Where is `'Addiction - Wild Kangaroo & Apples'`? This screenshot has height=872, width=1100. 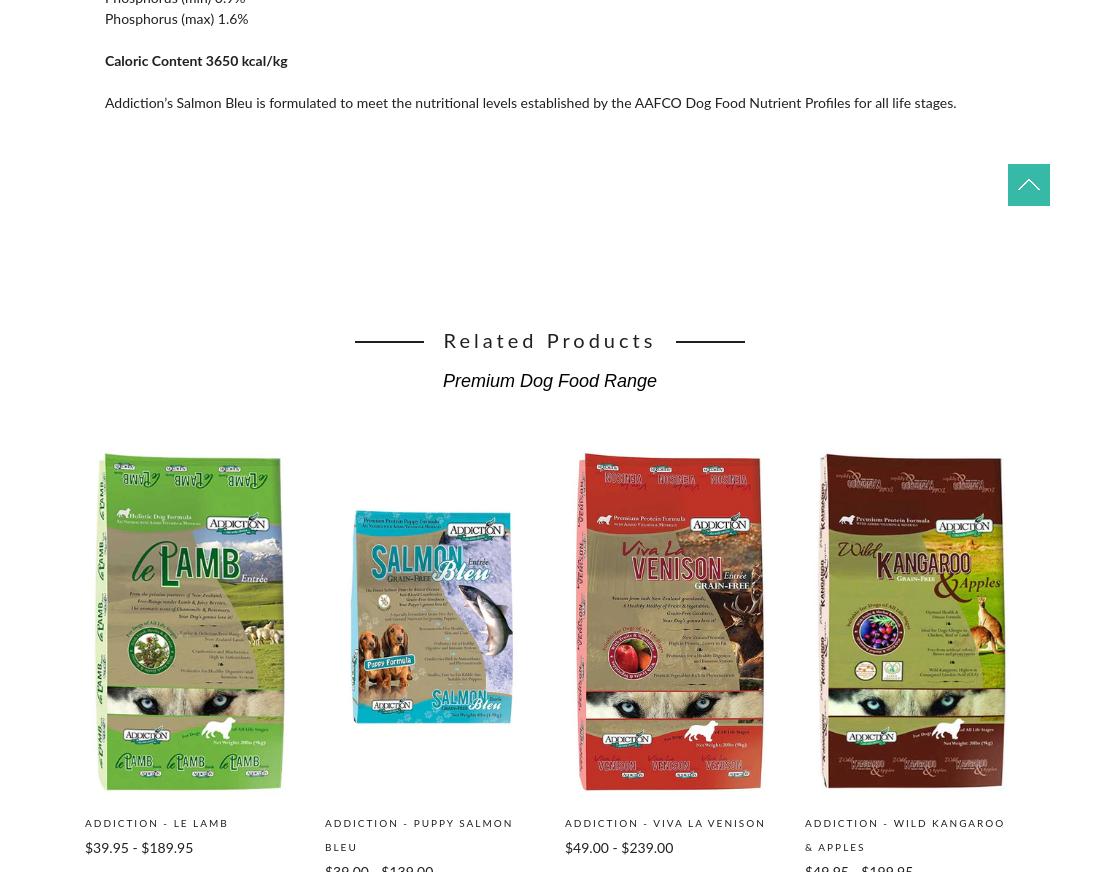 'Addiction - Wild Kangaroo & Apples' is located at coordinates (904, 835).